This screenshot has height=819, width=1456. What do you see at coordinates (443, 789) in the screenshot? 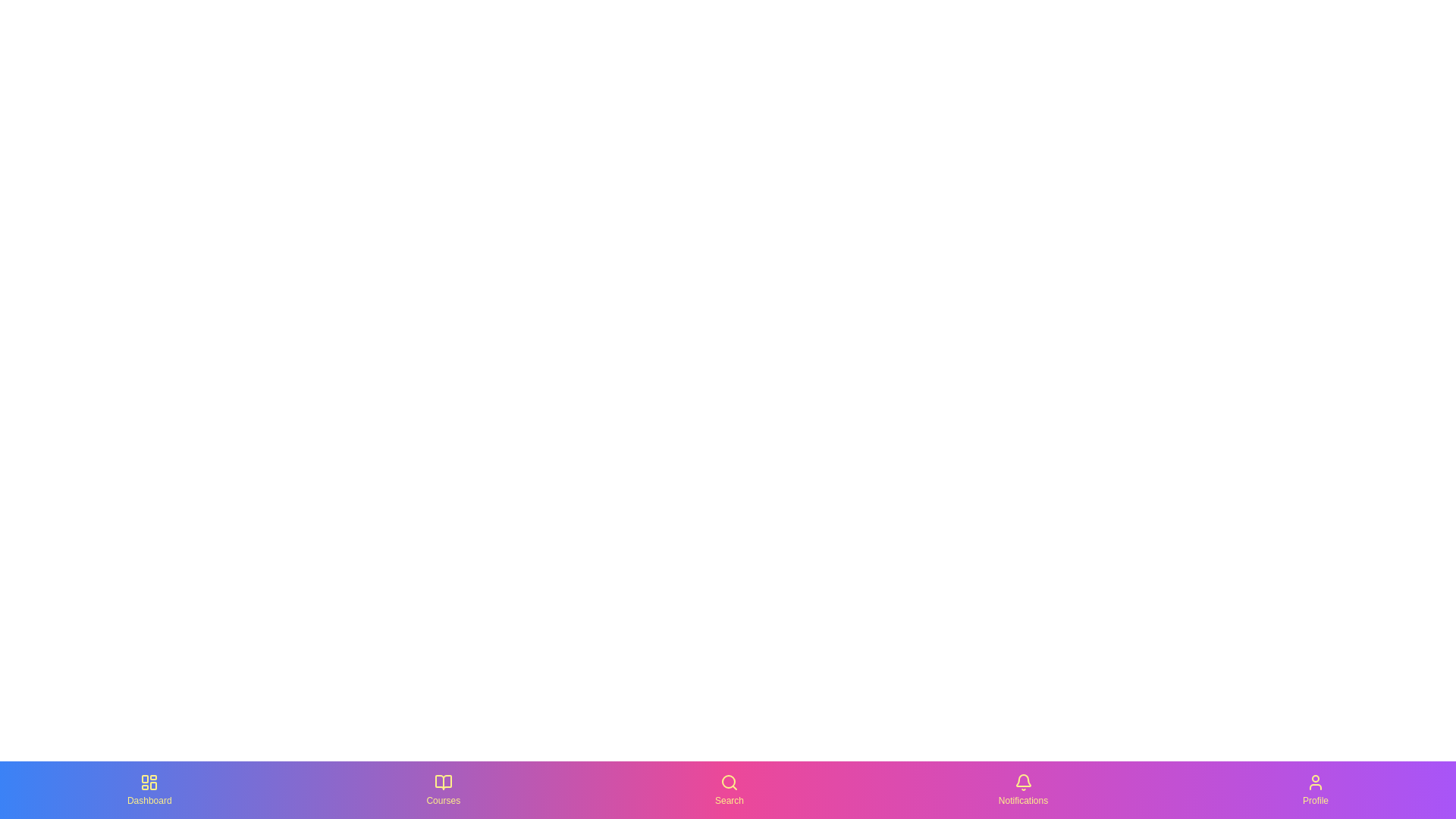
I see `the Courses tab in the bottom navigation bar` at bounding box center [443, 789].